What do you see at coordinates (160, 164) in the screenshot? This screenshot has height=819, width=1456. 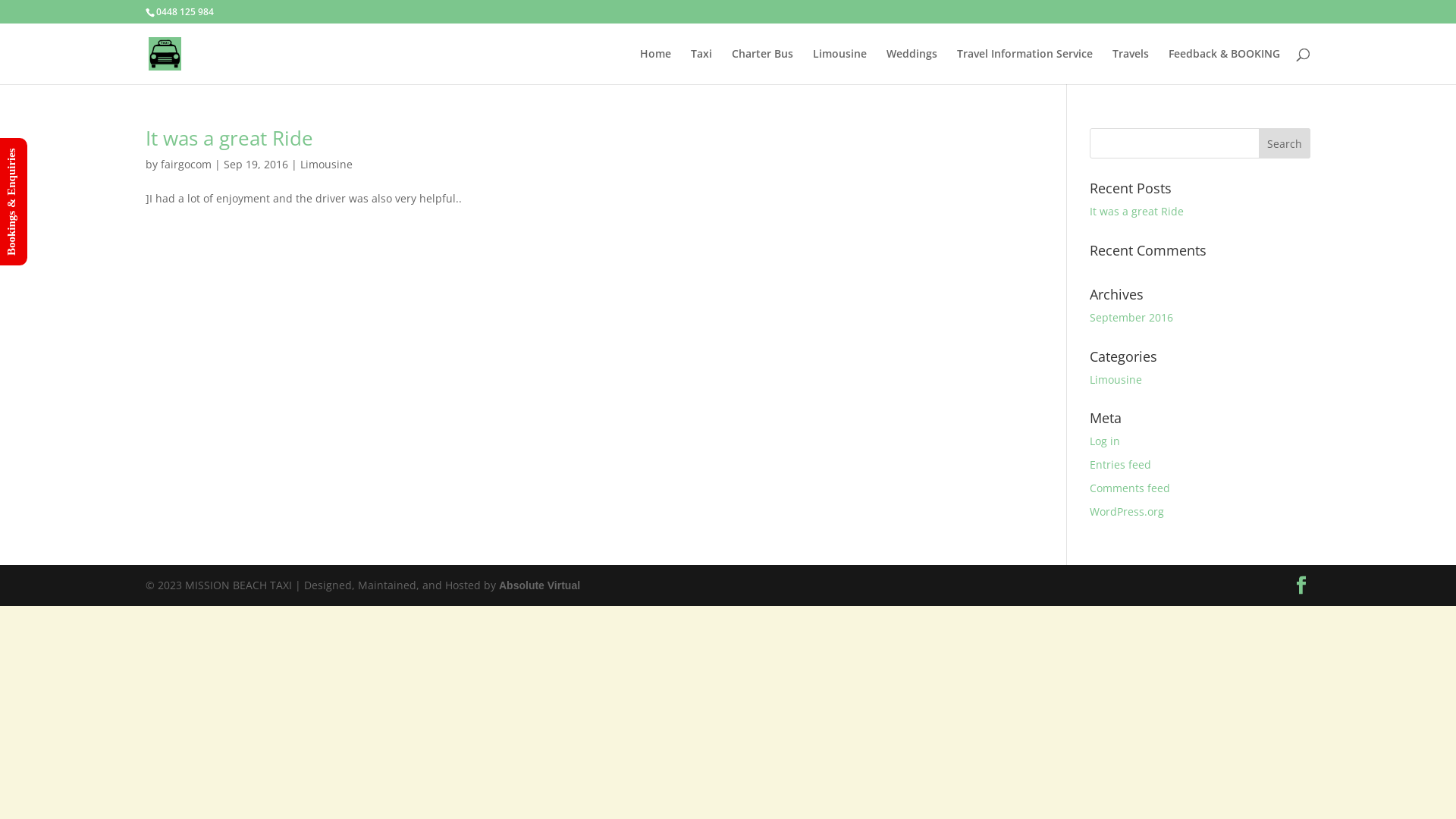 I see `'fairgocom'` at bounding box center [160, 164].